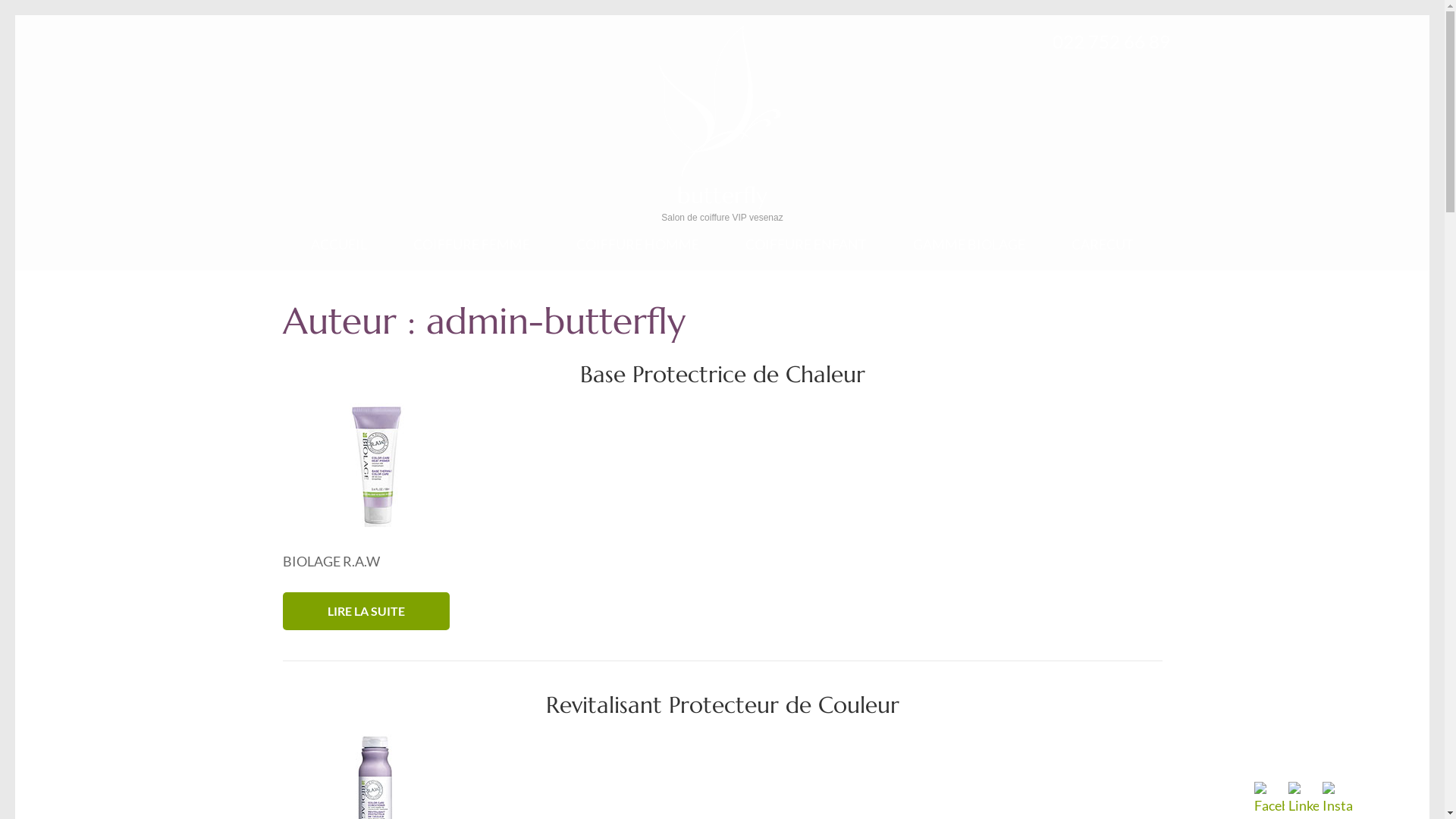 The height and width of the screenshot is (819, 1456). Describe the element at coordinates (1302, 798) in the screenshot. I see `'LinkedIn'` at that location.